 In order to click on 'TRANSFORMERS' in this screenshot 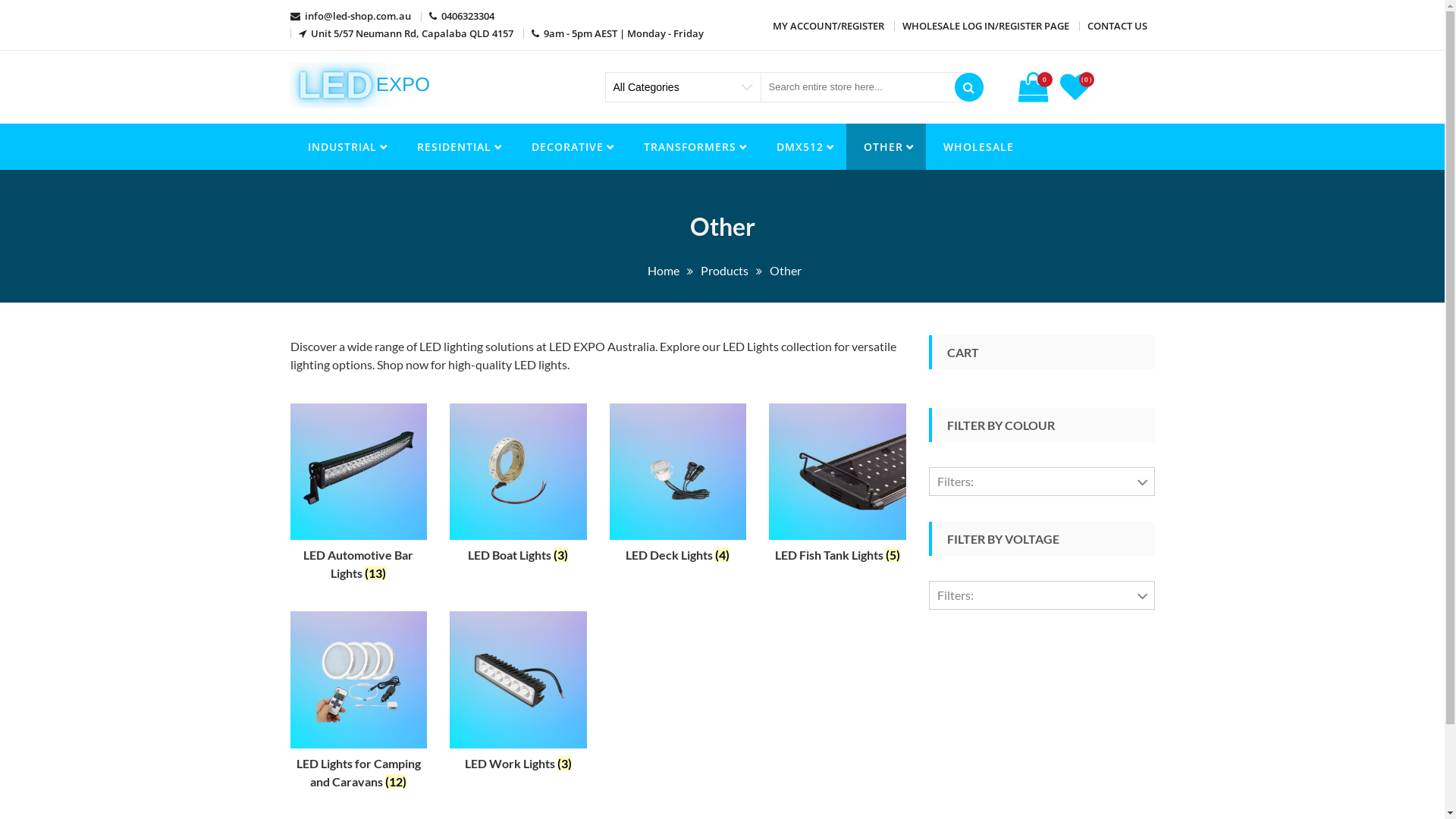, I will do `click(692, 146)`.